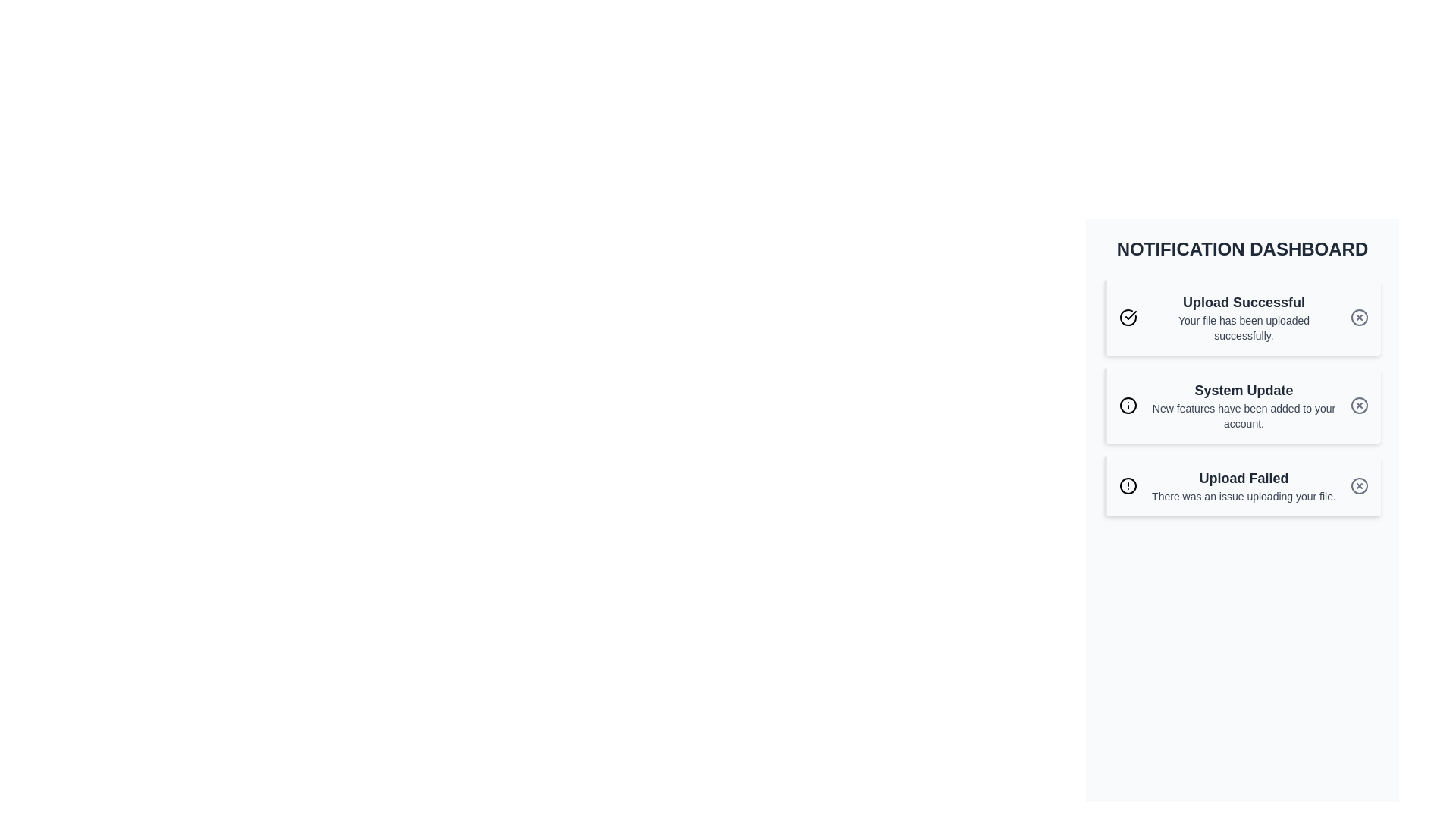 The image size is (1456, 819). What do you see at coordinates (1360, 485) in the screenshot?
I see `the SVG circle in the 'Upload Failed' notification card` at bounding box center [1360, 485].